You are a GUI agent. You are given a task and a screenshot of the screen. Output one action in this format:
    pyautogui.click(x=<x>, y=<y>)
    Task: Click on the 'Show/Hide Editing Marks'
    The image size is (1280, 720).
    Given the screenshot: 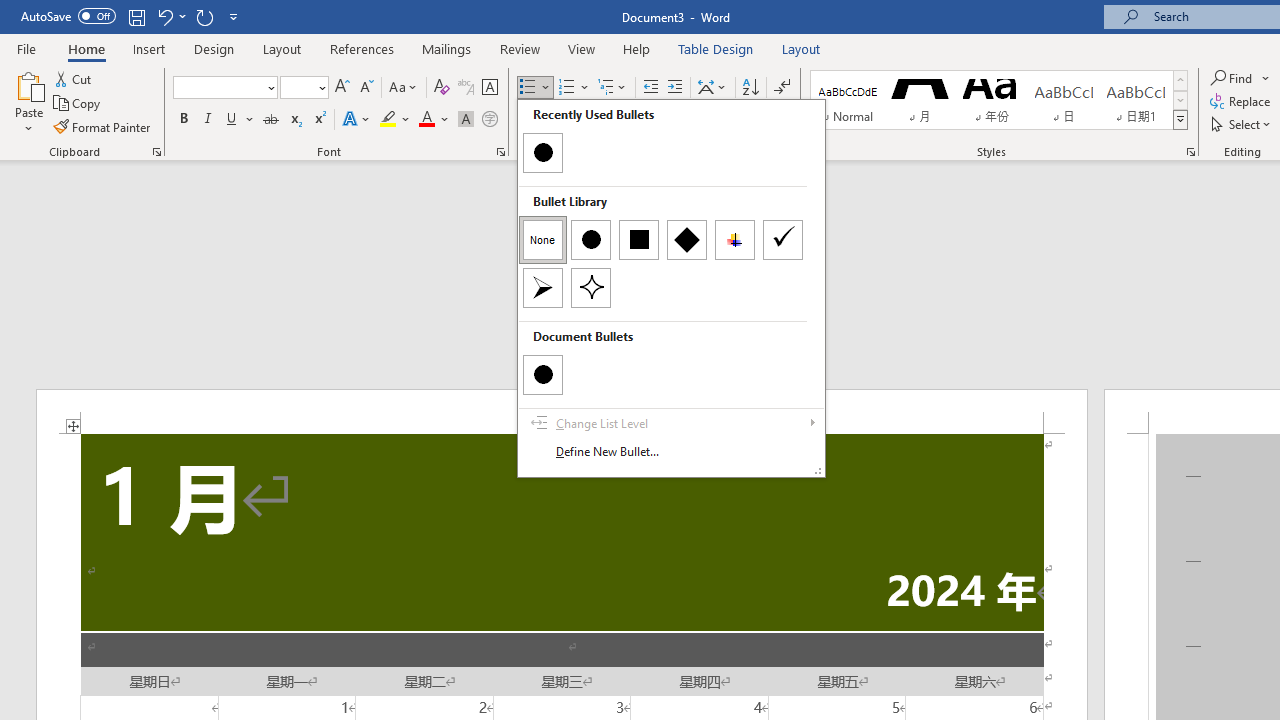 What is the action you would take?
    pyautogui.click(x=781, y=86)
    